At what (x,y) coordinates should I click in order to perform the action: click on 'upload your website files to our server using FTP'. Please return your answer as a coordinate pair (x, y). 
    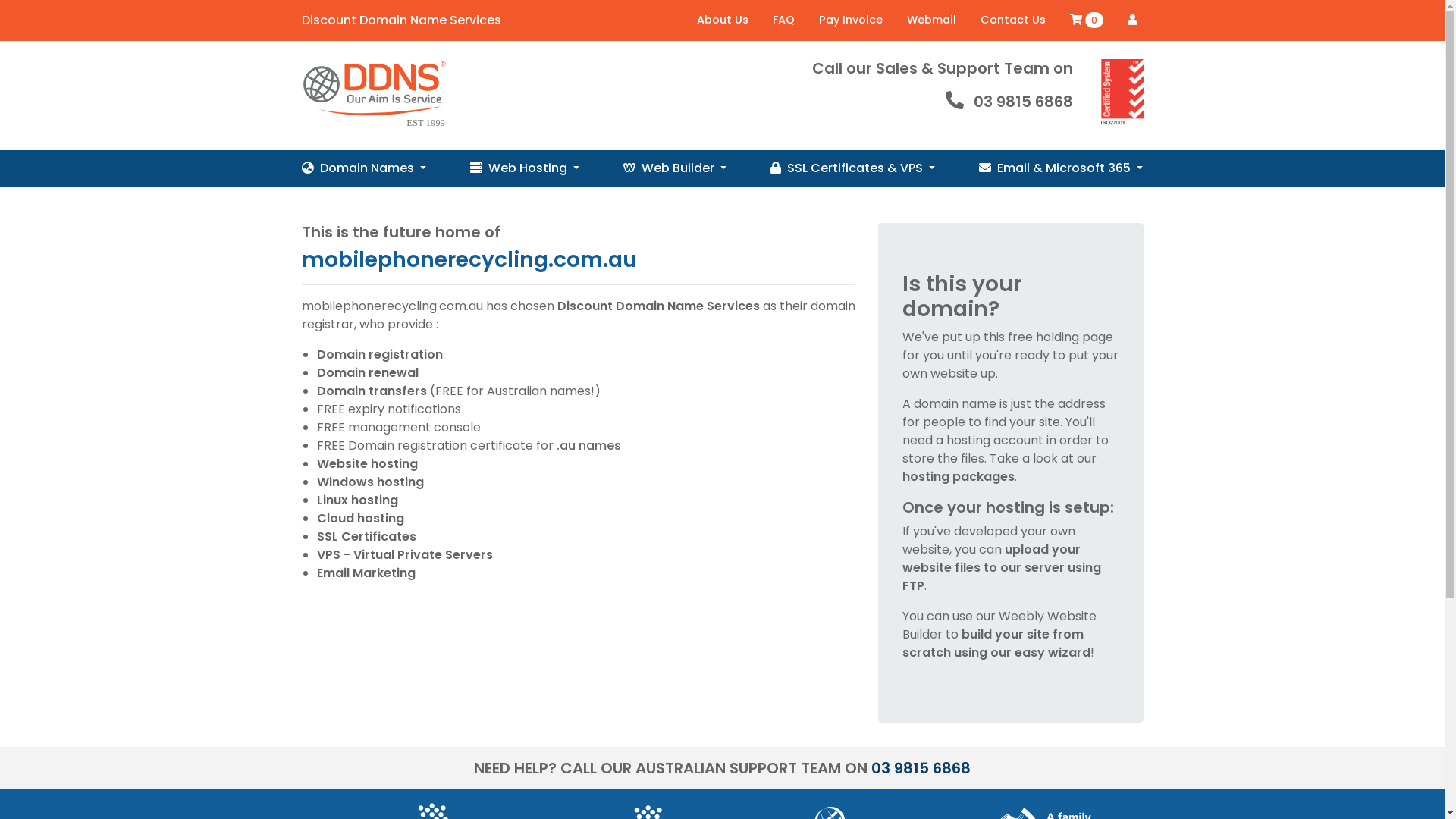
    Looking at the image, I should click on (1001, 567).